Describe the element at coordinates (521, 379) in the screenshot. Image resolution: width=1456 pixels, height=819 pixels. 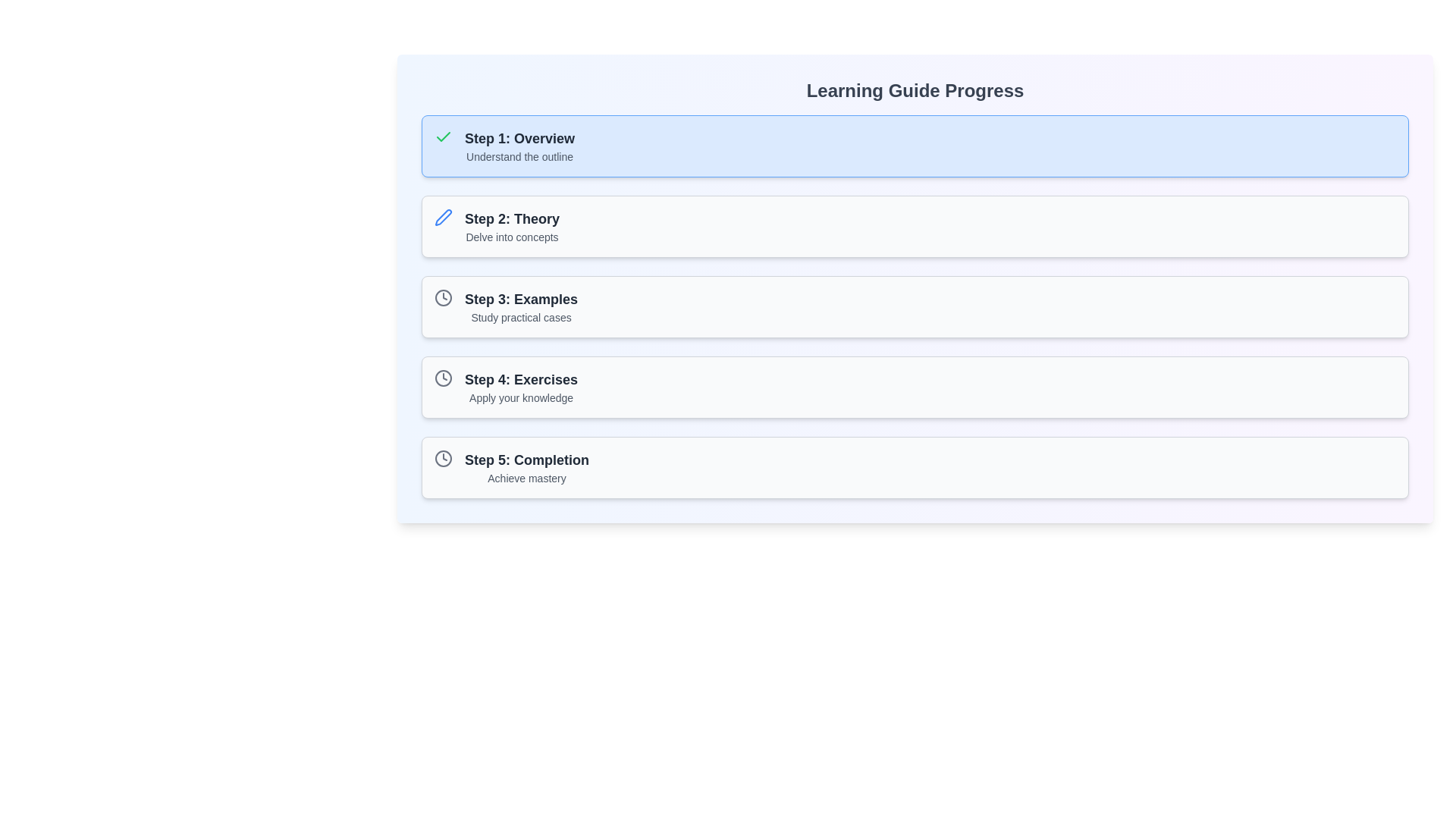
I see `the text label displaying 'Step 4: Exercises' in bold dark gray, located at the top of the fourth list item in the progress tracker interface` at that location.